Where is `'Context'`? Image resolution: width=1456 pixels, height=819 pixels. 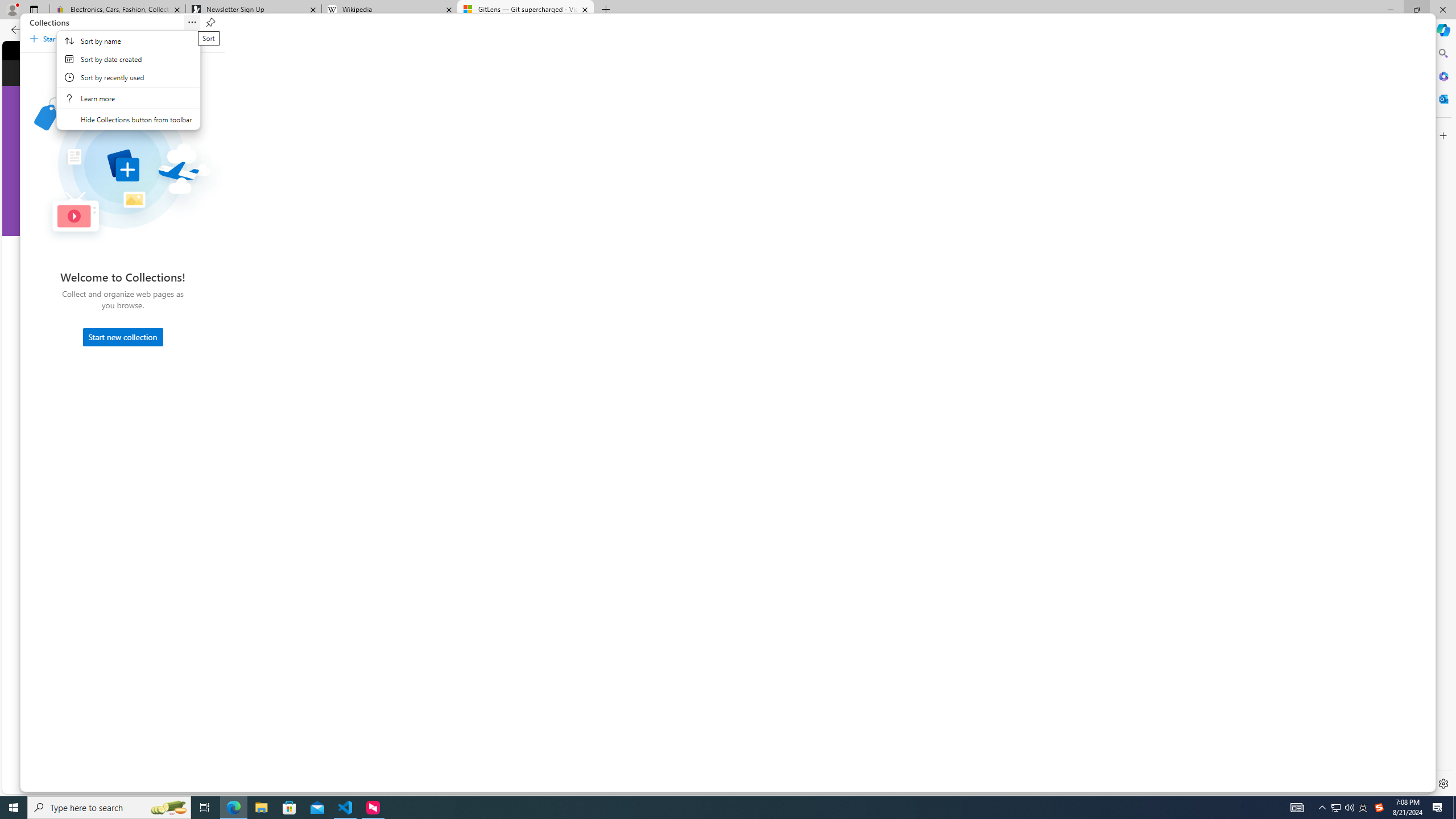
'Context' is located at coordinates (128, 87).